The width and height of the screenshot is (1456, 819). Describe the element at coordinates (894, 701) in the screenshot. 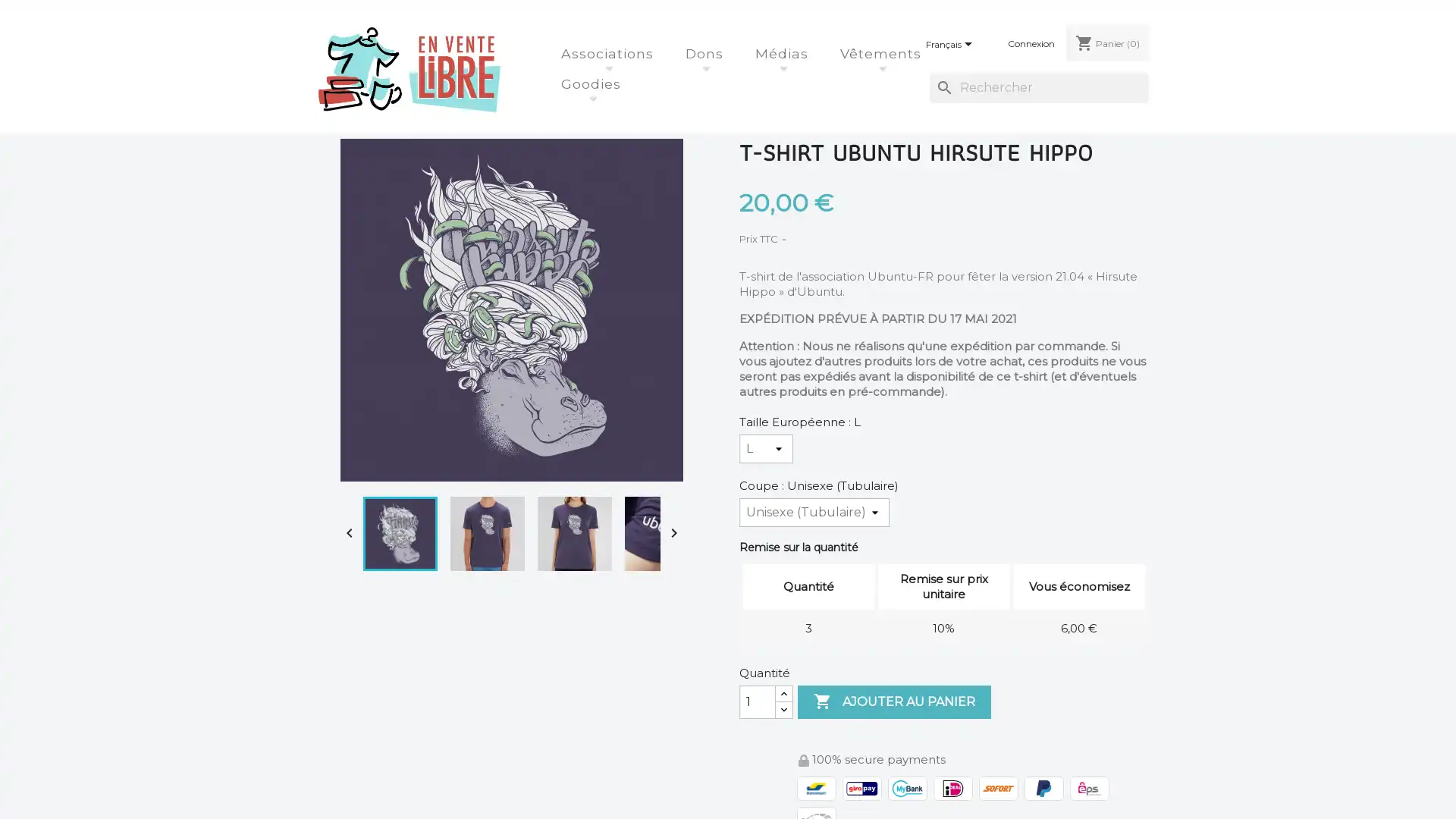

I see `AJOUTER AU PANIER` at that location.